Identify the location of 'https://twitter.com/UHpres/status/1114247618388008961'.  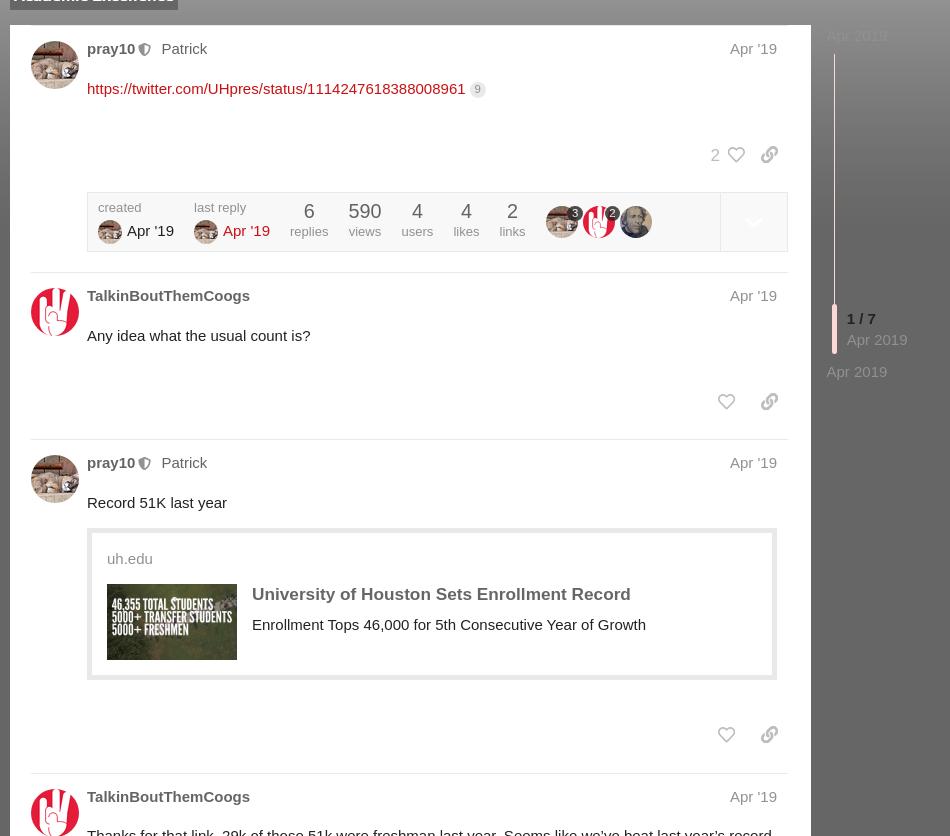
(87, 87).